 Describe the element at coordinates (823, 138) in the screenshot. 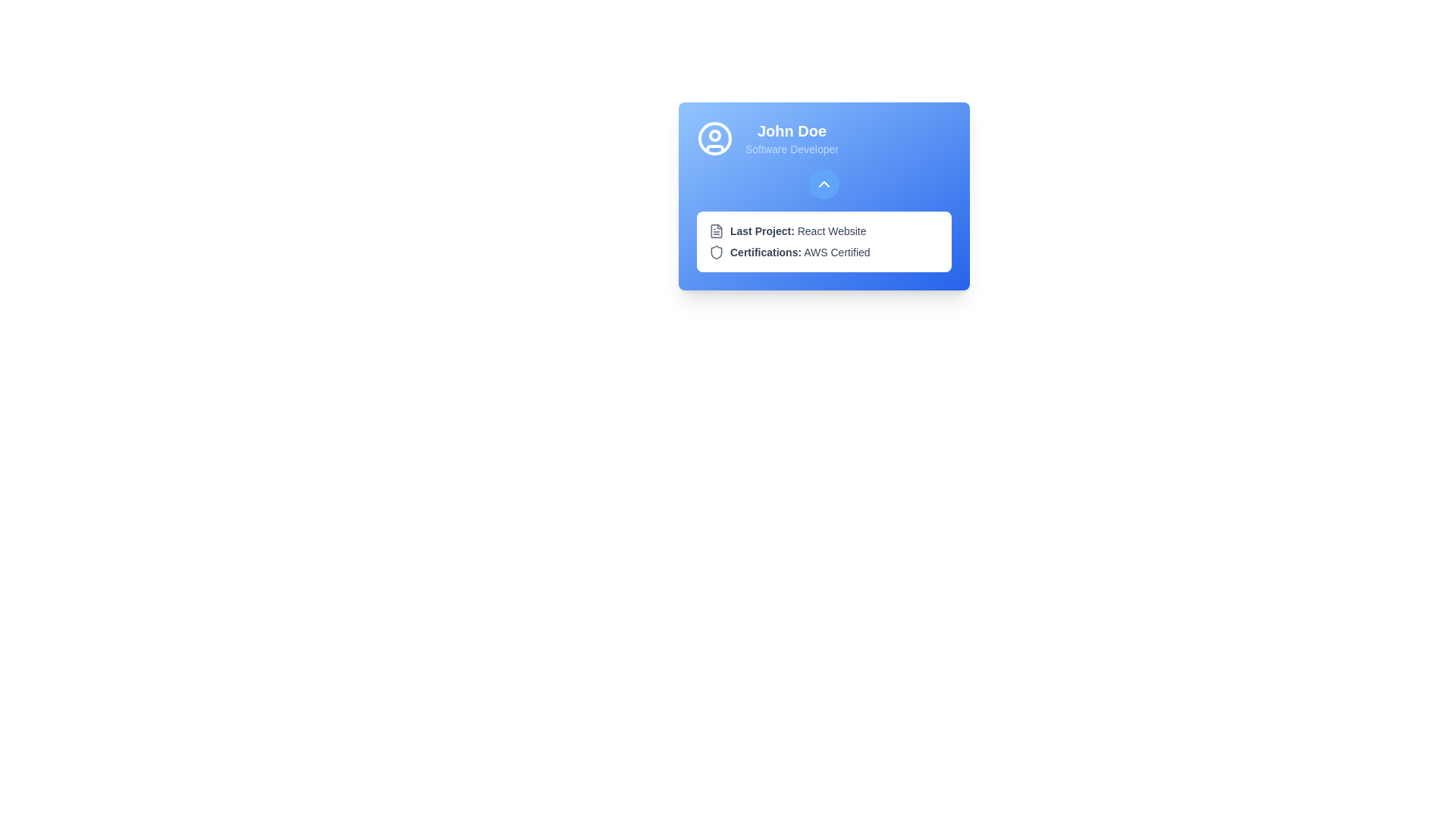

I see `the User Information Header that displays 'John Doe' in bold white uppercase font and 'Software Developer' in smaller blue text` at that location.